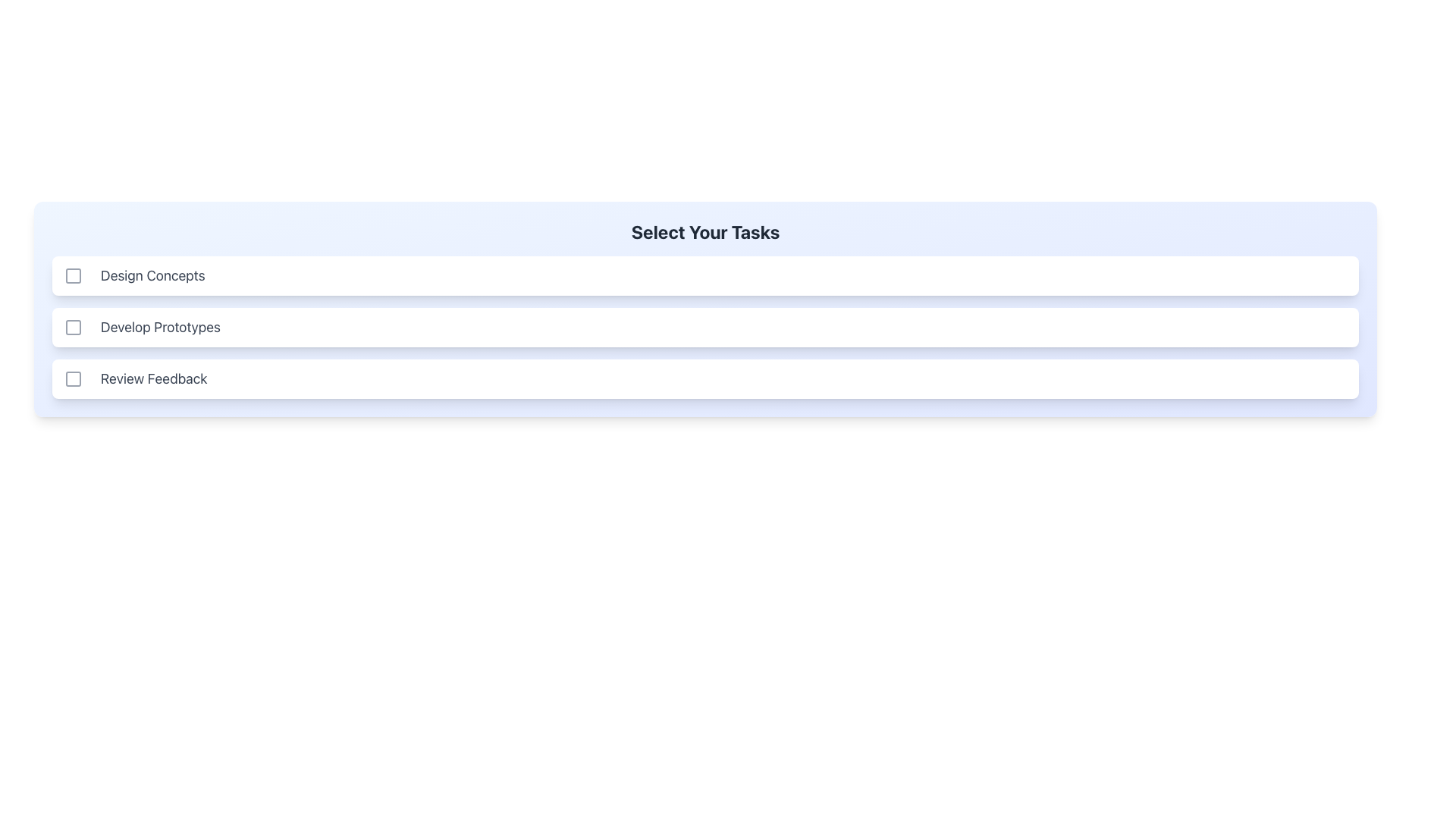 This screenshot has width=1456, height=819. What do you see at coordinates (704, 327) in the screenshot?
I see `the task item labeled 'Develop Prototypes', which is styled with a white background, rounded corners, and a shadow effect` at bounding box center [704, 327].